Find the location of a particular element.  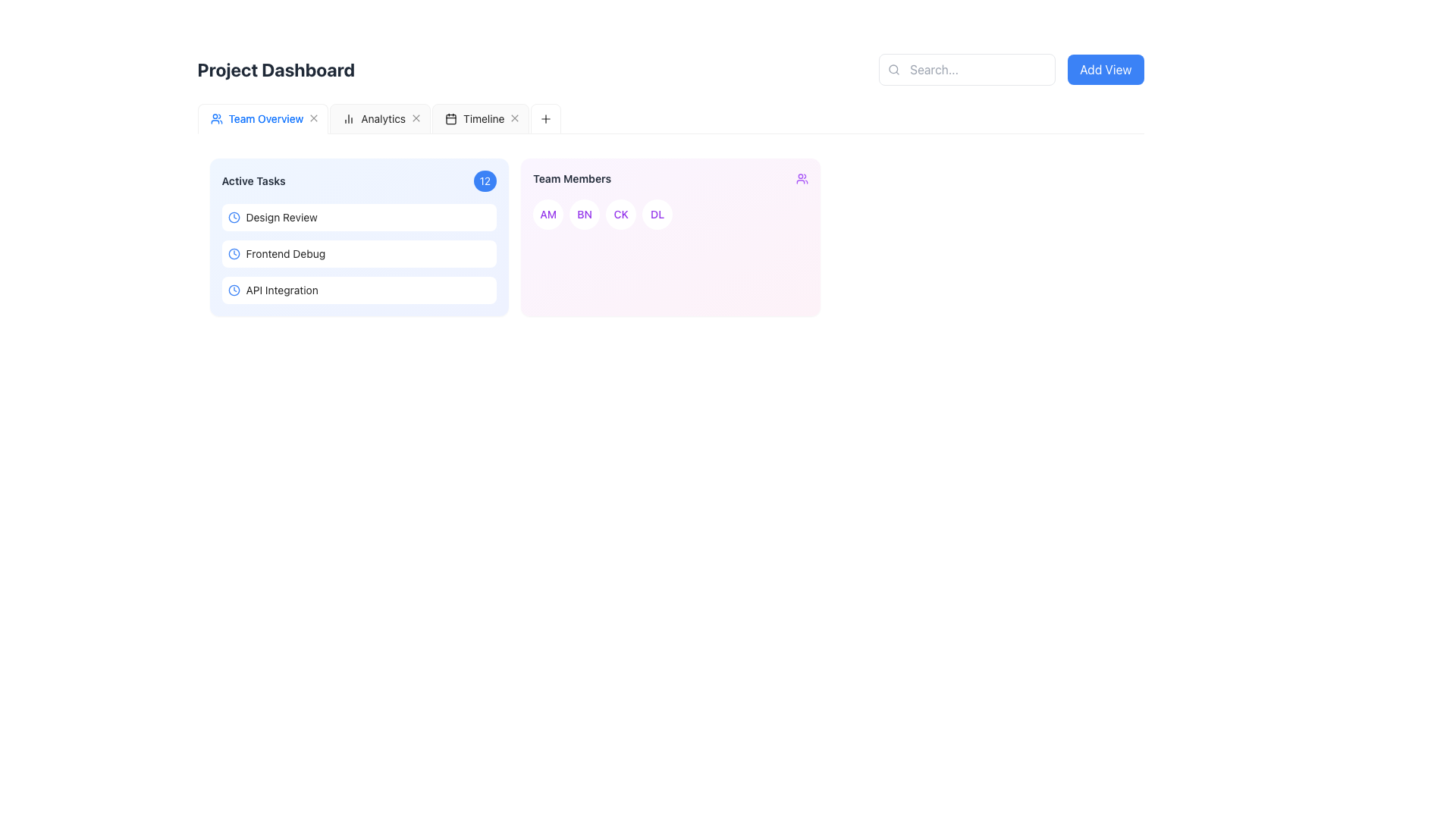

the tab control button with a plus icon is located at coordinates (213, 118).